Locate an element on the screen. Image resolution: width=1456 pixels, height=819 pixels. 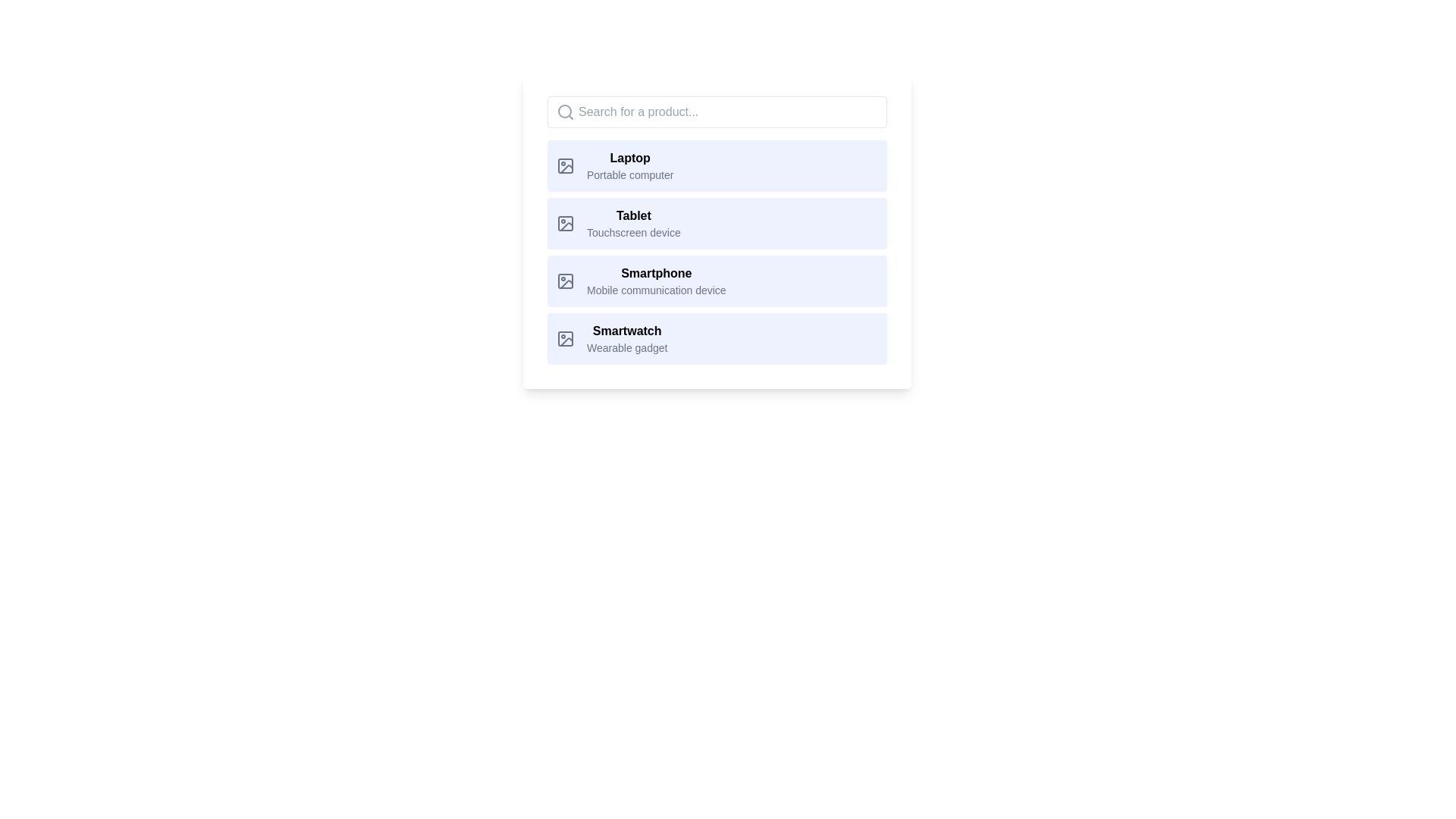
the second item in the vertical list that represents the 'Tablet' category is located at coordinates (716, 223).